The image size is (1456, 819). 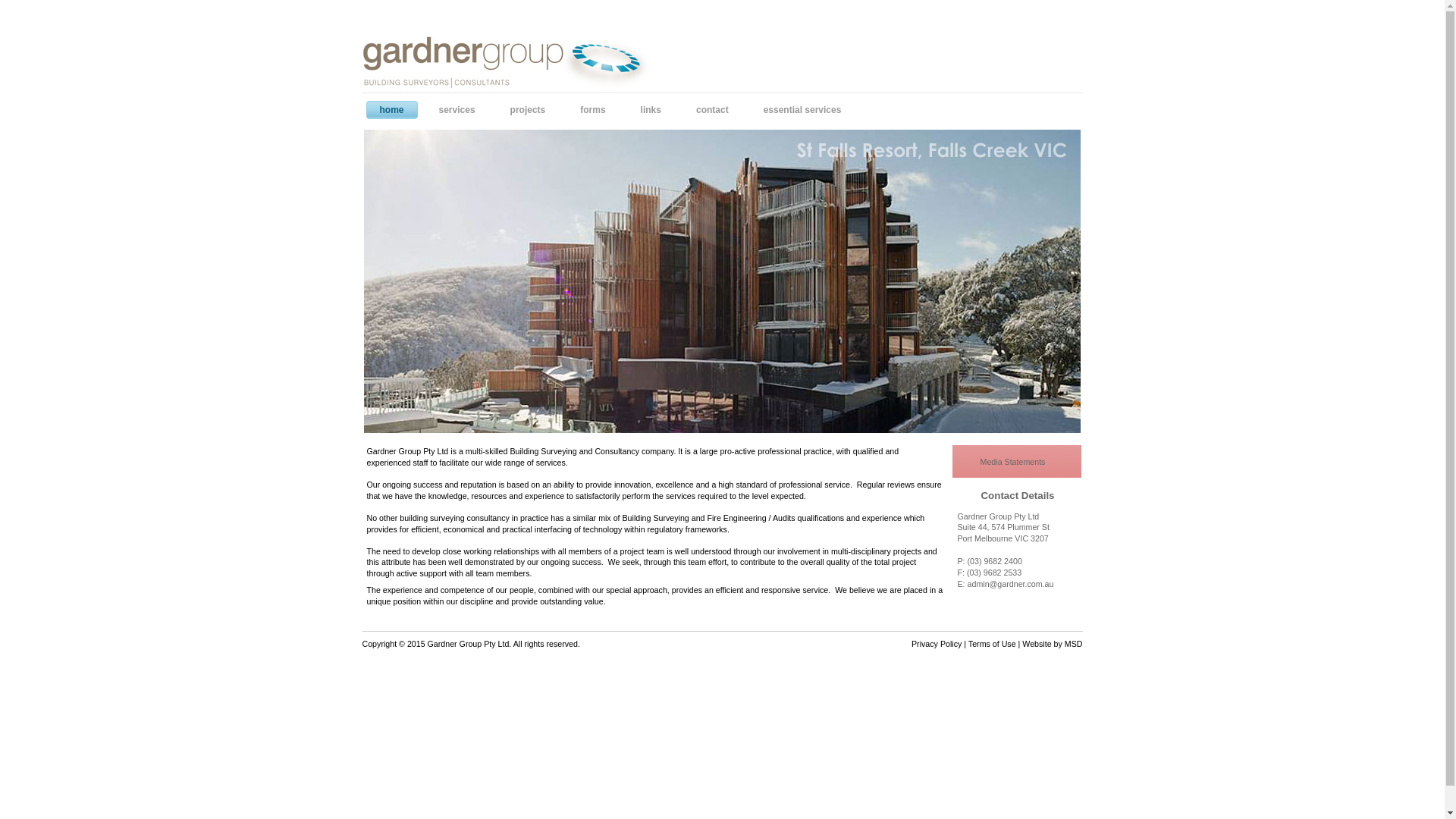 I want to click on 'home', so click(x=395, y=110).